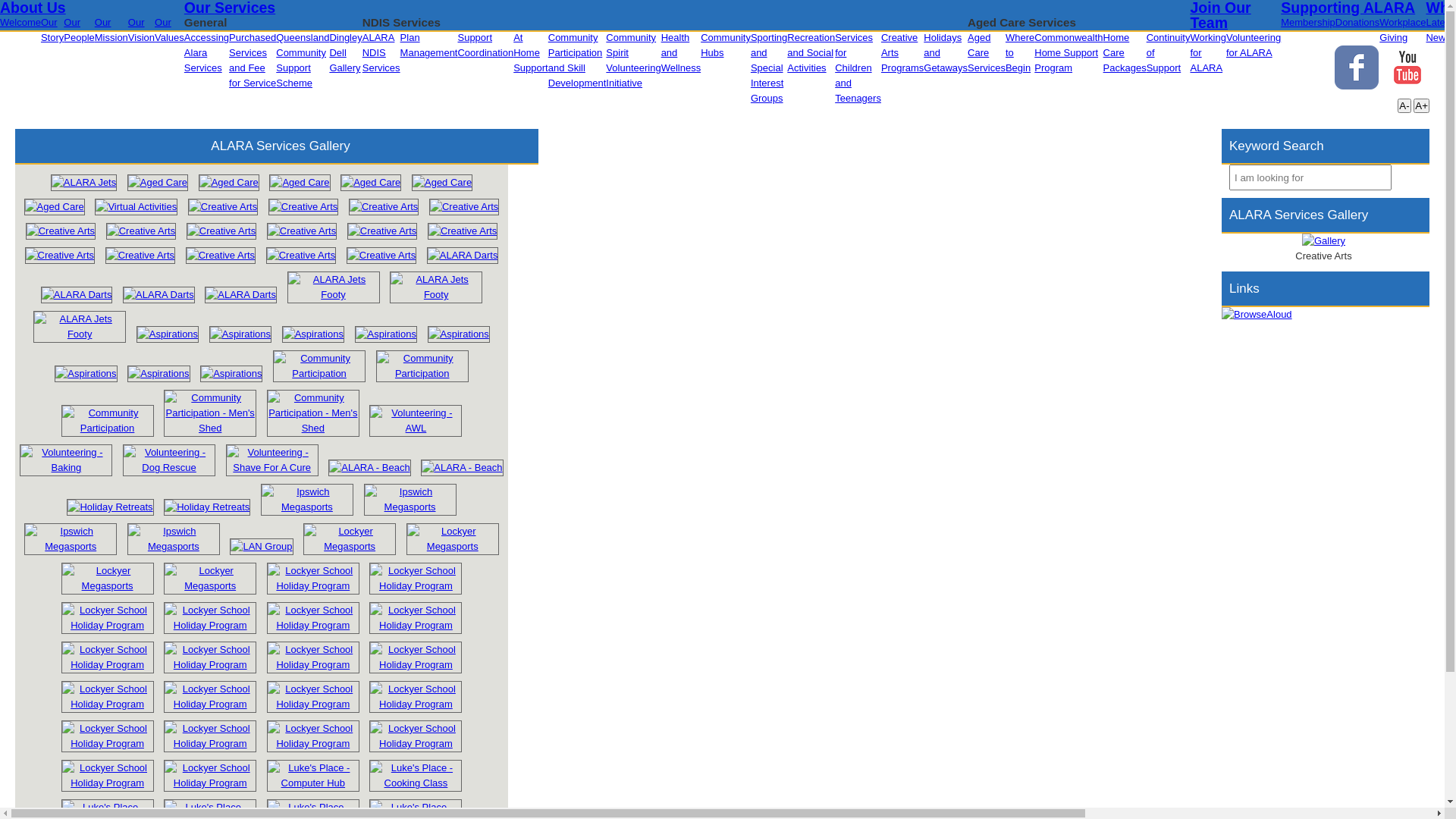 Image resolution: width=1456 pixels, height=819 pixels. I want to click on 'Support Coordination', so click(484, 44).